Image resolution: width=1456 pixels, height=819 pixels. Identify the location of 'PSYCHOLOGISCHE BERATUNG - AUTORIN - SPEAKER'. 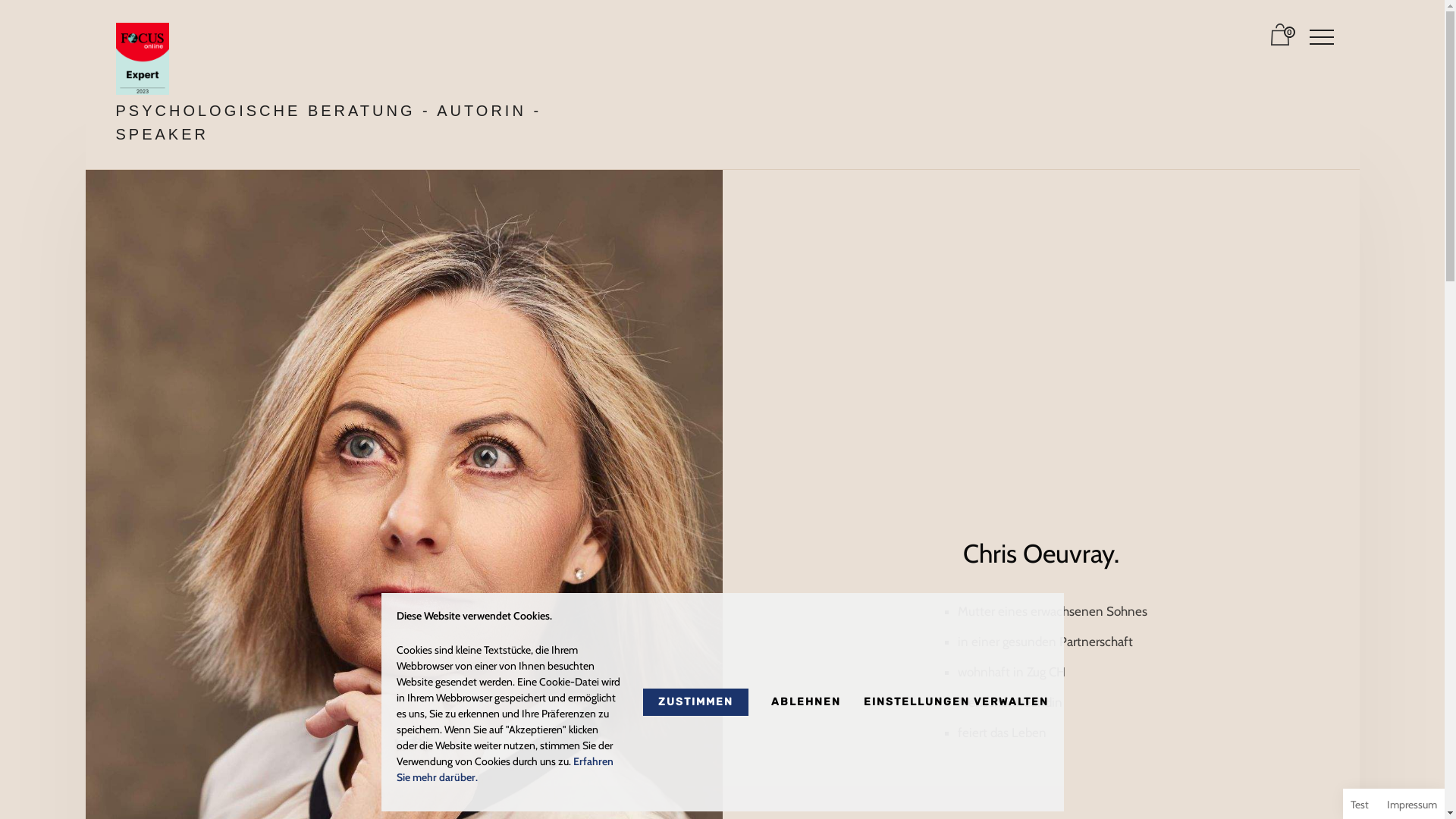
(327, 121).